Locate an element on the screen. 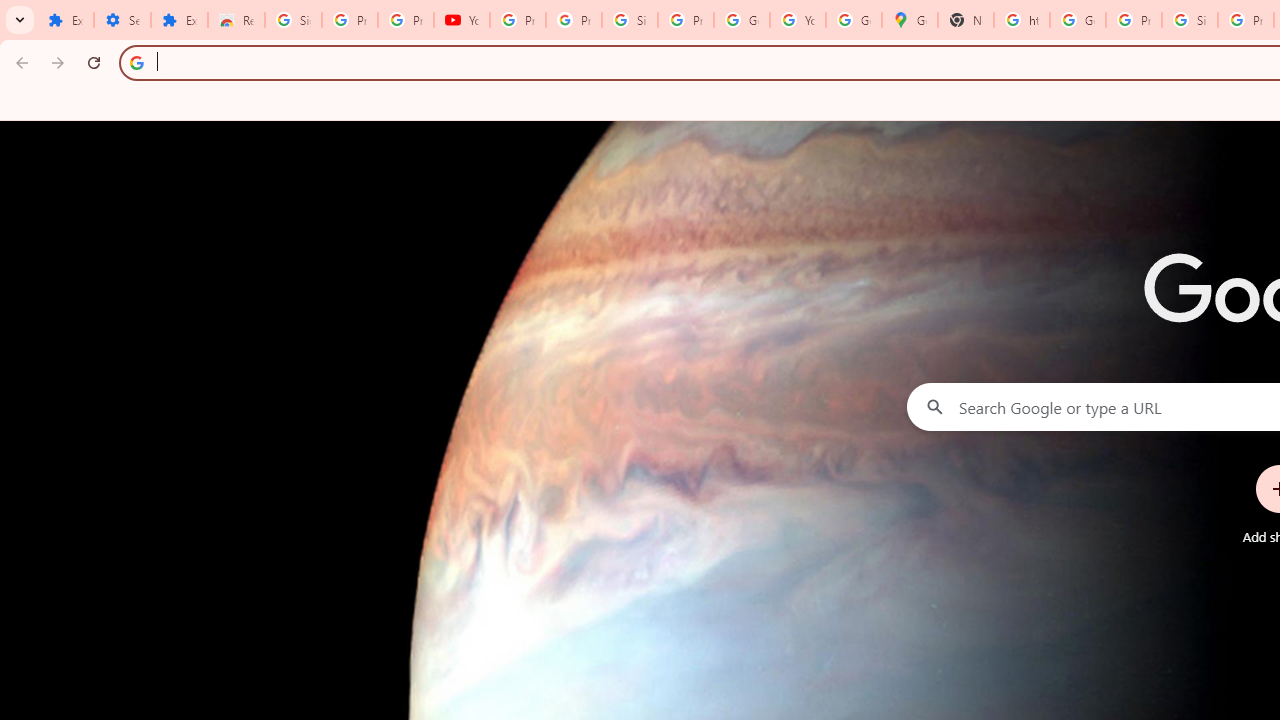 The width and height of the screenshot is (1280, 720). 'New Tab' is located at coordinates (966, 20).